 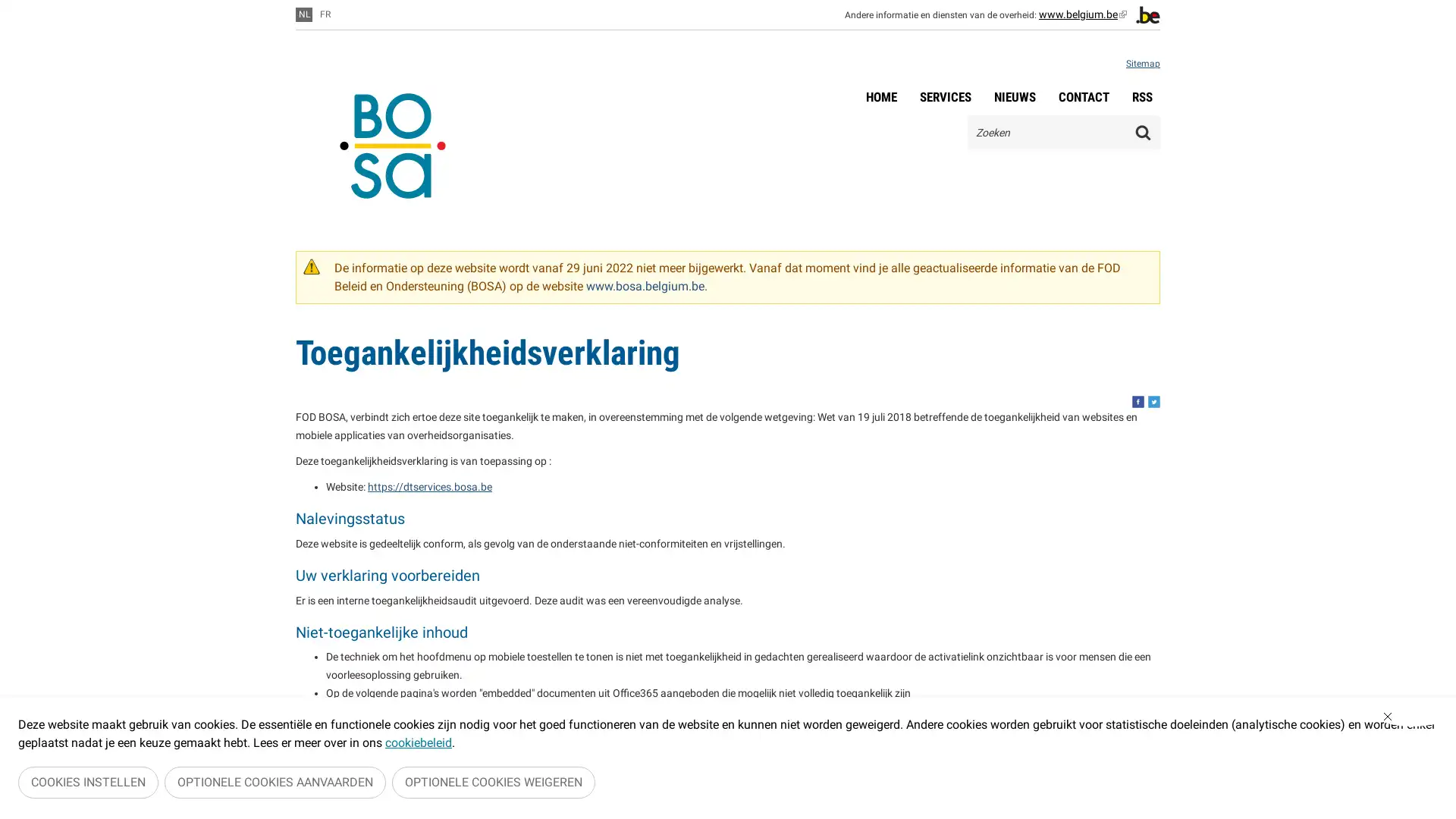 What do you see at coordinates (1143, 131) in the screenshot?
I see `Zoeken` at bounding box center [1143, 131].